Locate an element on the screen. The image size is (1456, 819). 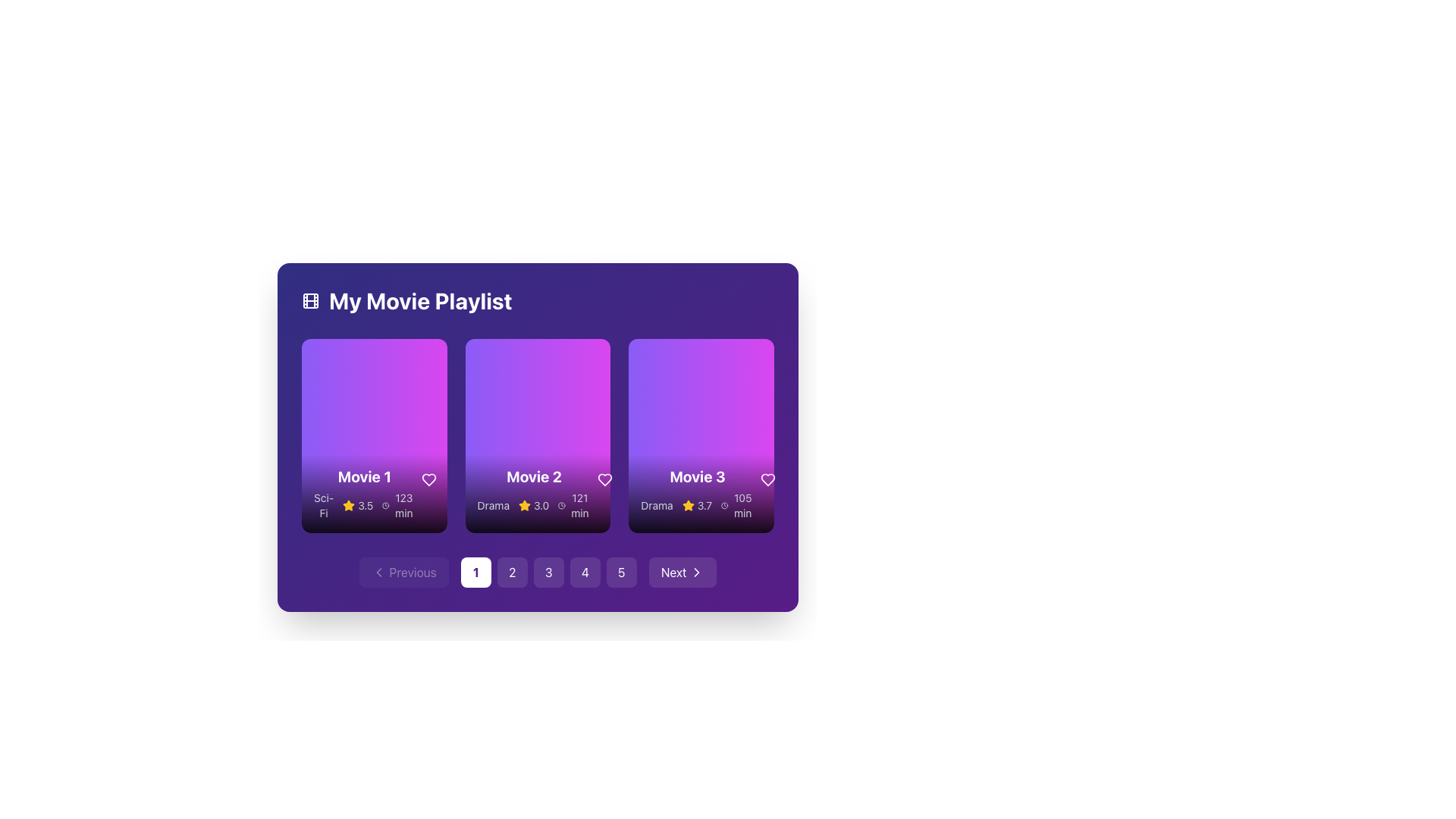
the third pagination button located at the bottom center of the interface is located at coordinates (548, 573).